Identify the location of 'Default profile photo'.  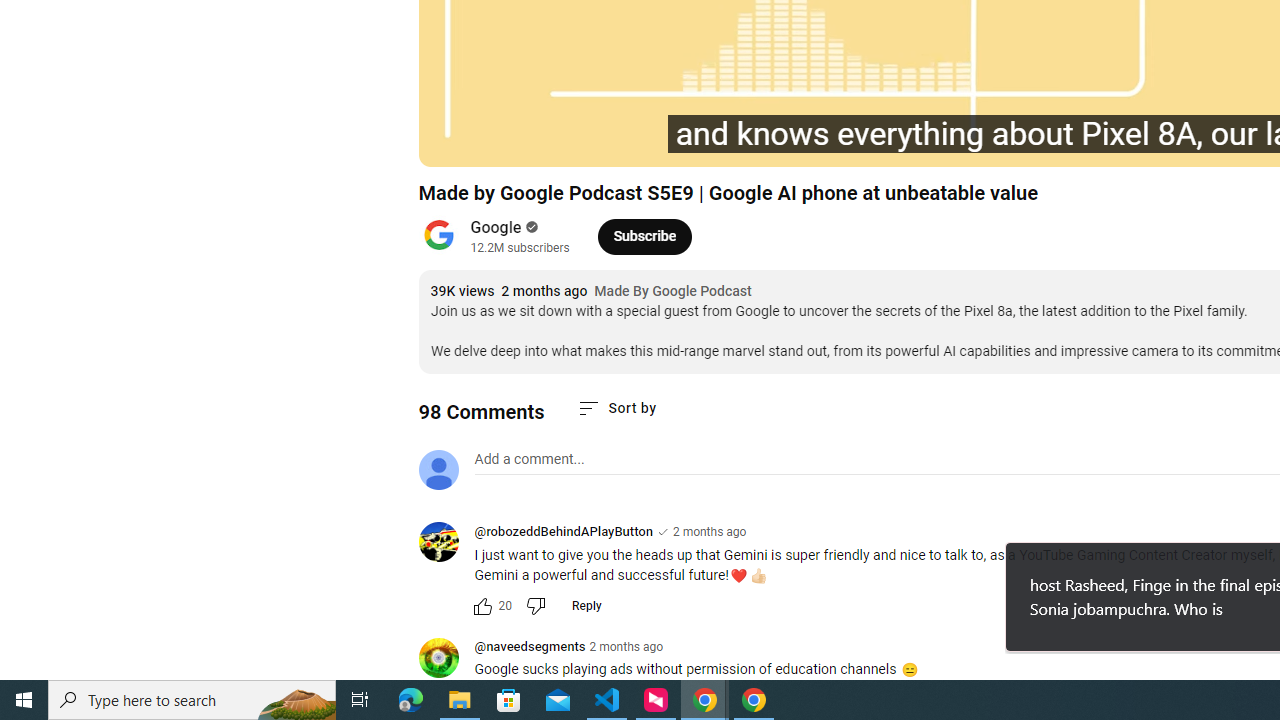
(438, 470).